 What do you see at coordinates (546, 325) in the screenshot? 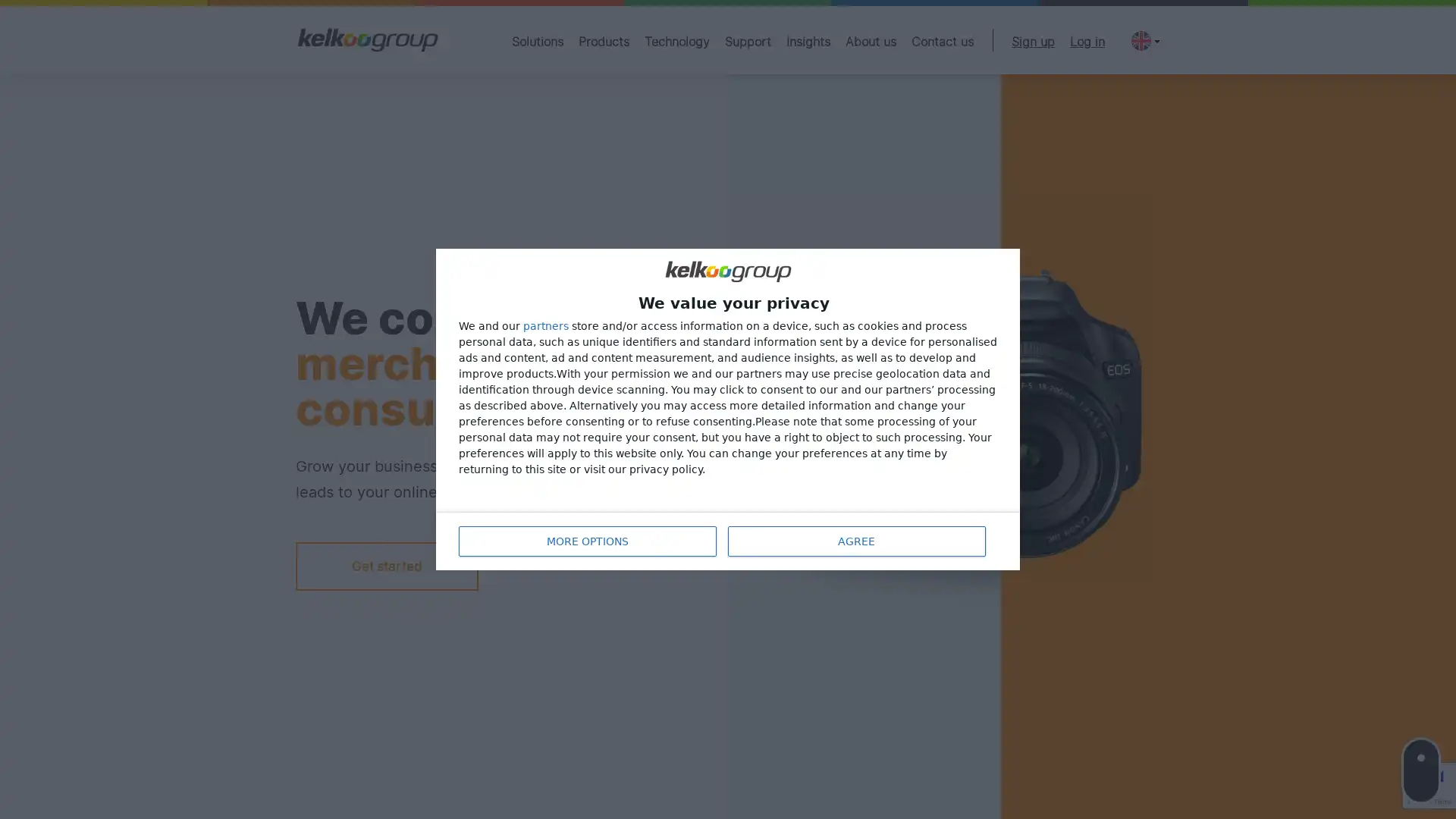
I see `partners` at bounding box center [546, 325].